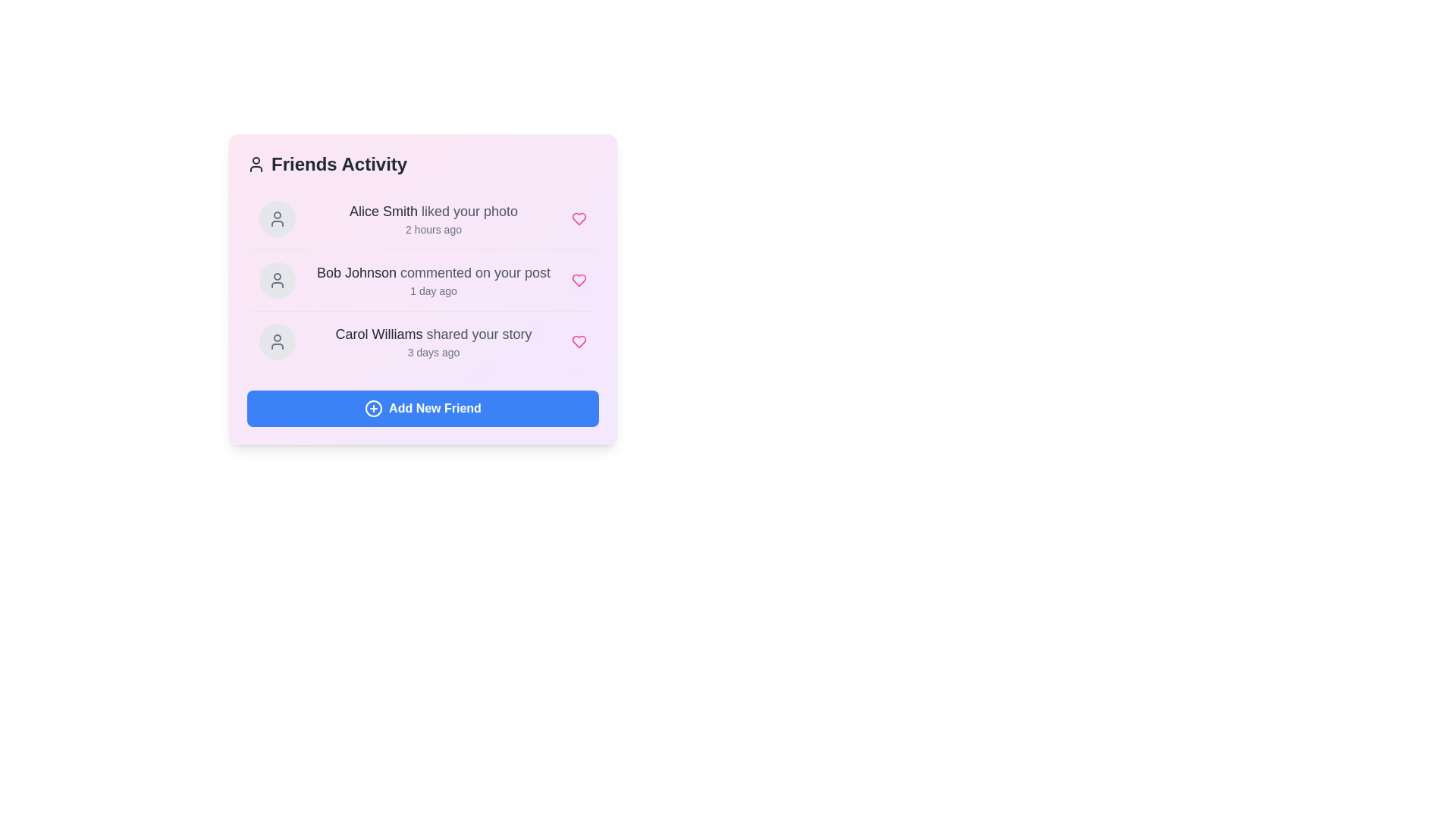 This screenshot has width=1456, height=819. Describe the element at coordinates (578, 219) in the screenshot. I see `the heart icon next to the activity of Alice Smith to like it` at that location.